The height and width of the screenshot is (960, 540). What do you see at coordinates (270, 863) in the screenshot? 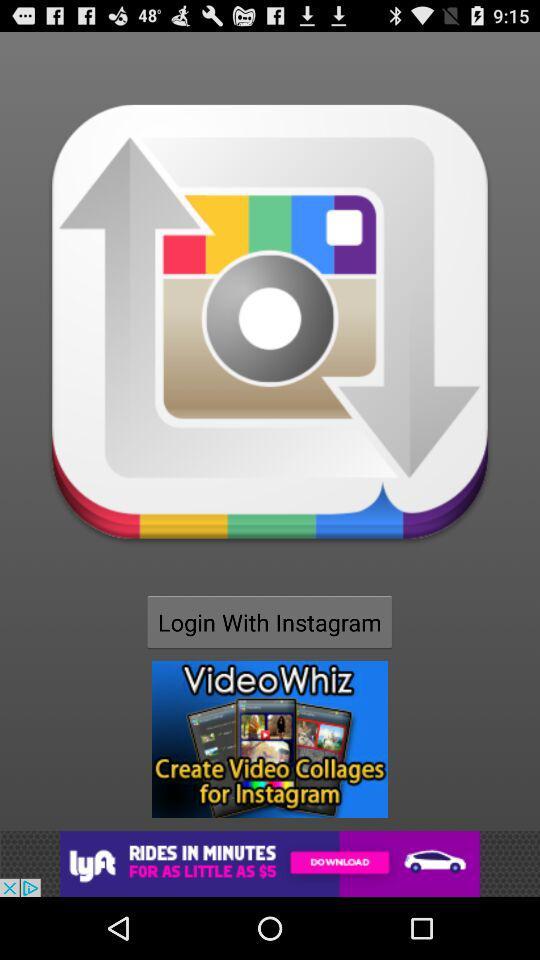
I see `go back` at bounding box center [270, 863].